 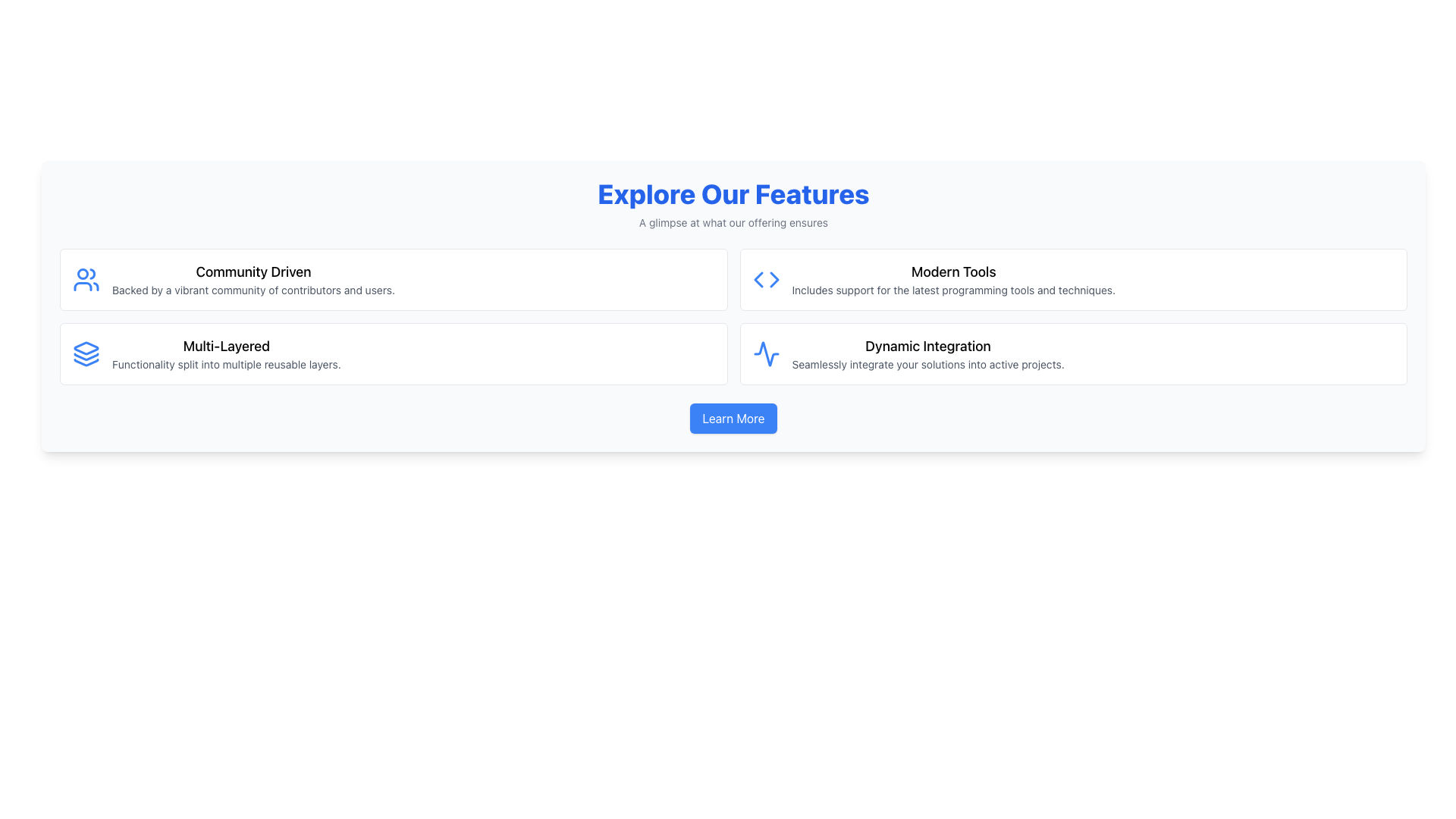 I want to click on text block located in the bottom-right quadrant of the 'Explore Our Features' grid, specifically the second item in the second row that highlights dynamic integration capabilities, so click(x=927, y=353).